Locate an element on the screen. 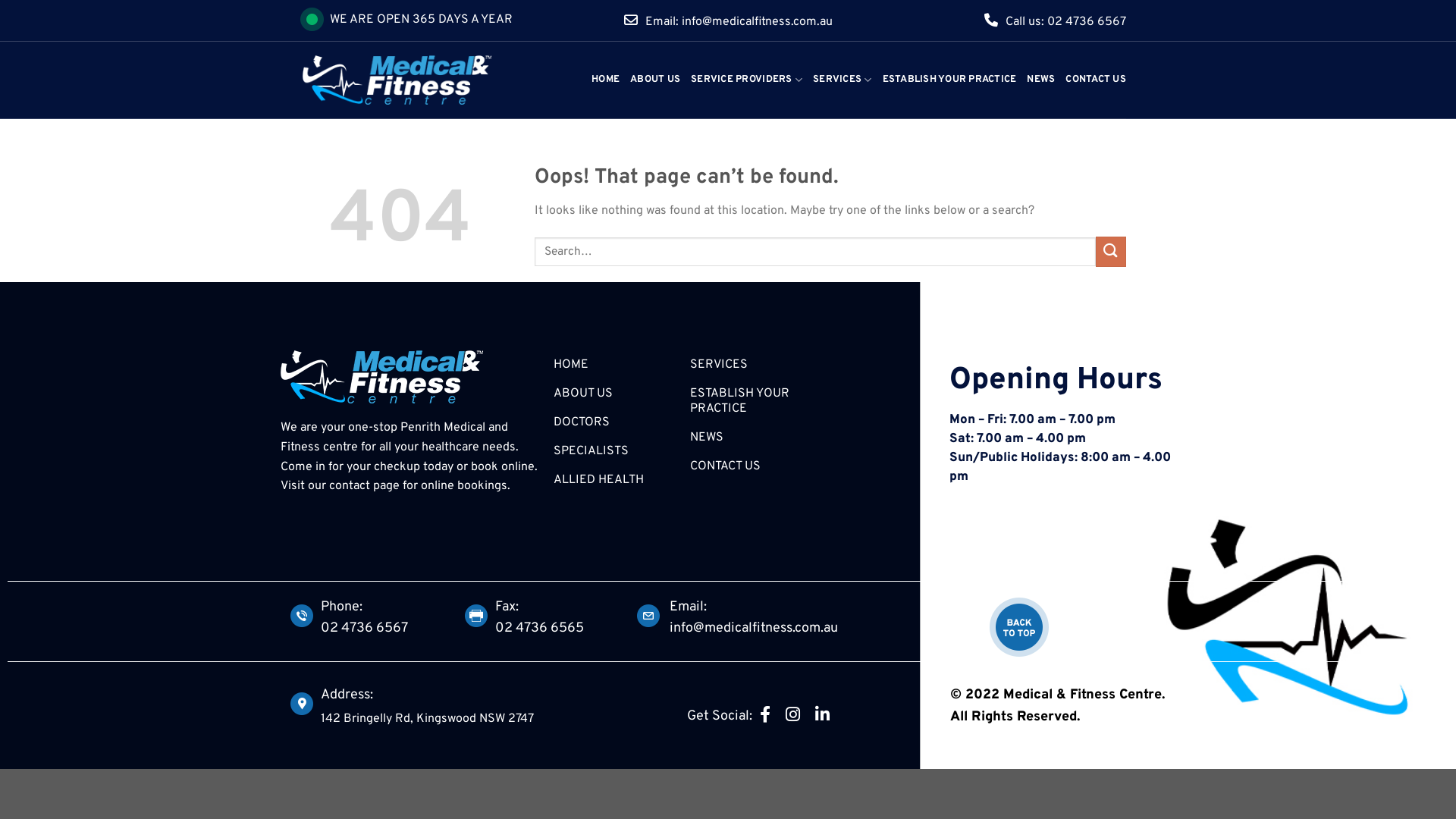 This screenshot has width=1456, height=819. 'ABOUT US' is located at coordinates (655, 79).